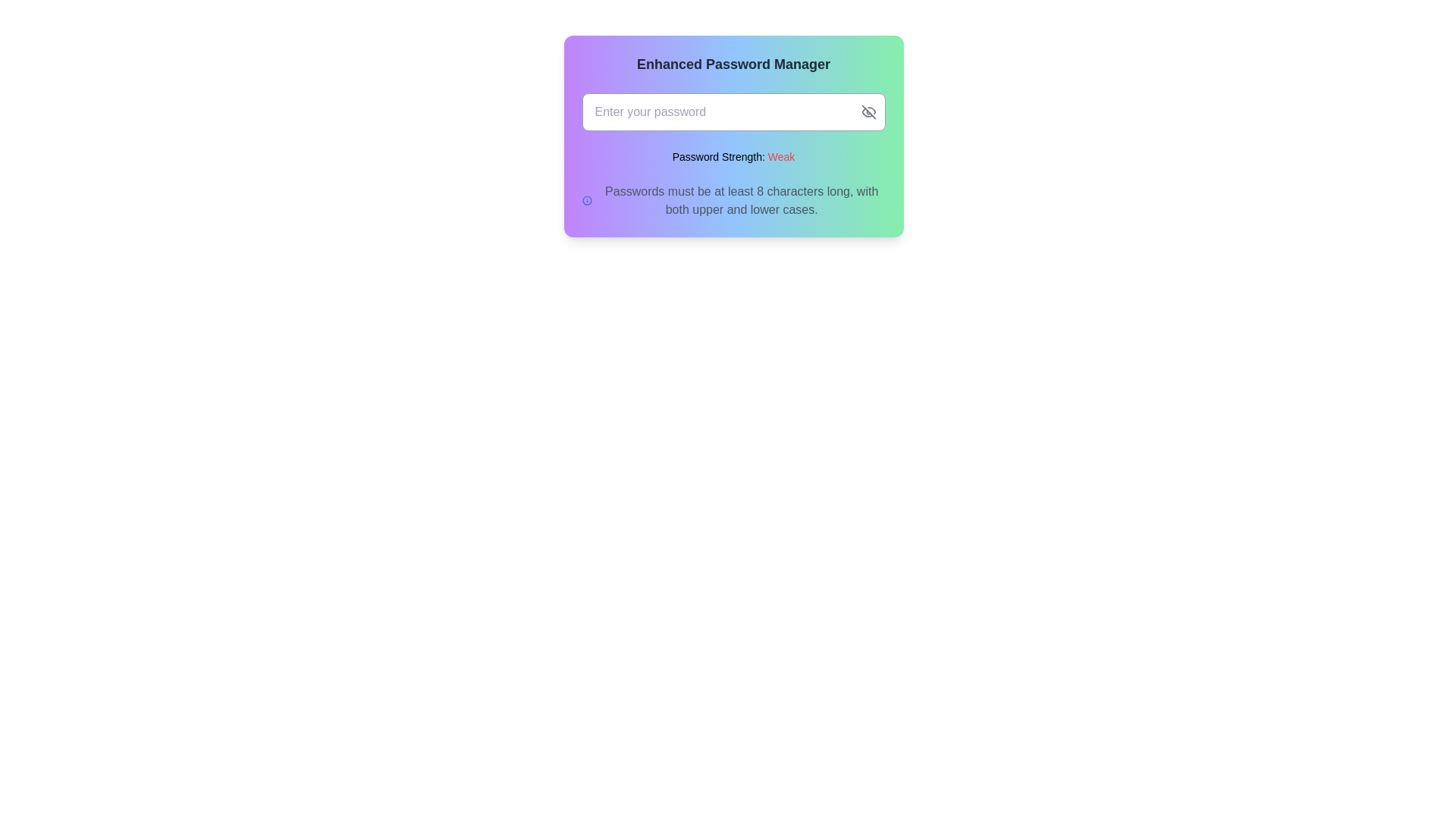  Describe the element at coordinates (868, 111) in the screenshot. I see `the eye icon with a slash across it, located at the far right of the password input field` at that location.